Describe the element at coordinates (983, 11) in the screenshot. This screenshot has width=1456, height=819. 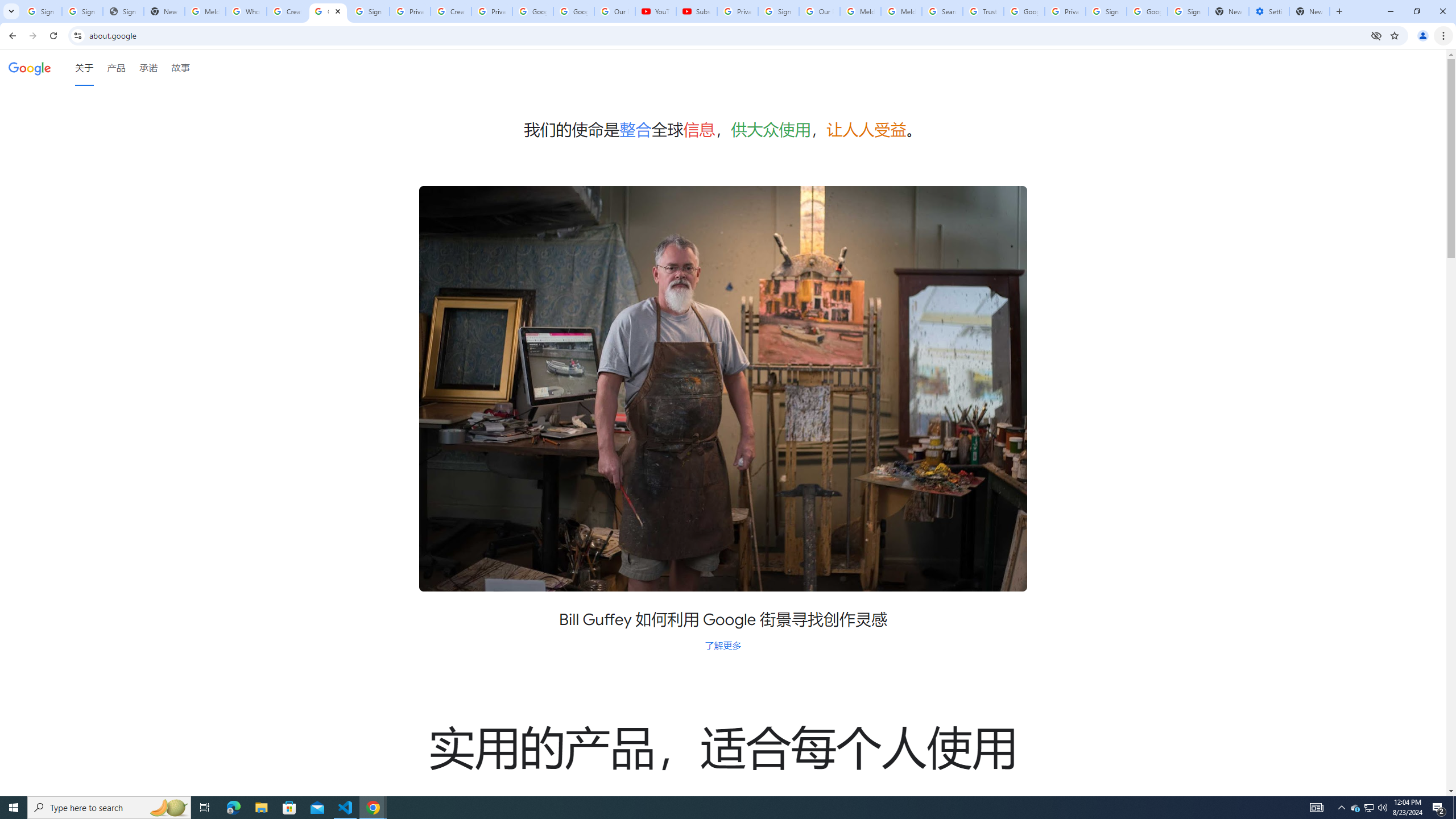
I see `'Trusted Information and Content - Google Safety Center'` at that location.